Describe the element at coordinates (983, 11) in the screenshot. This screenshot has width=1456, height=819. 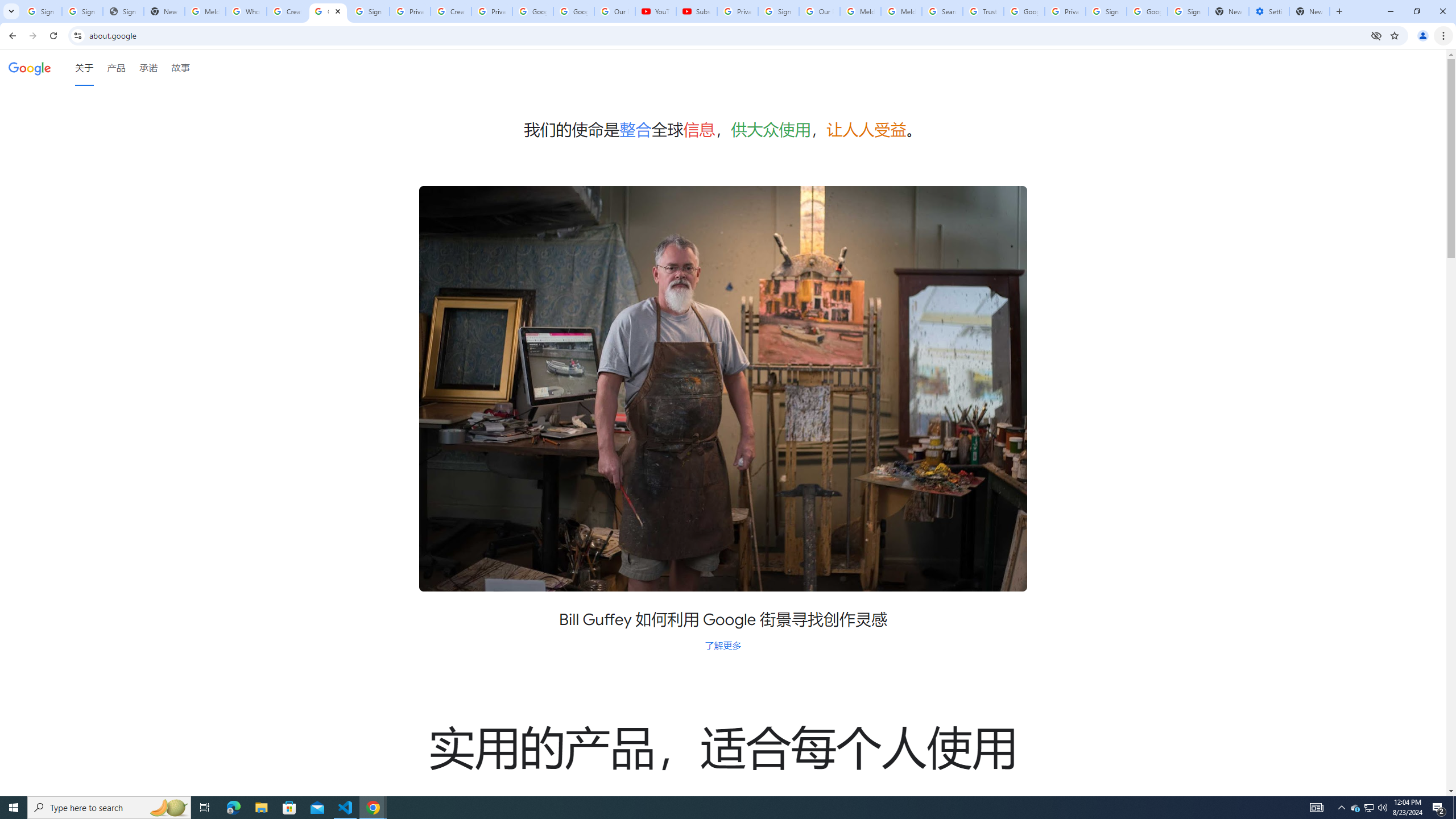
I see `'Trusted Information and Content - Google Safety Center'` at that location.